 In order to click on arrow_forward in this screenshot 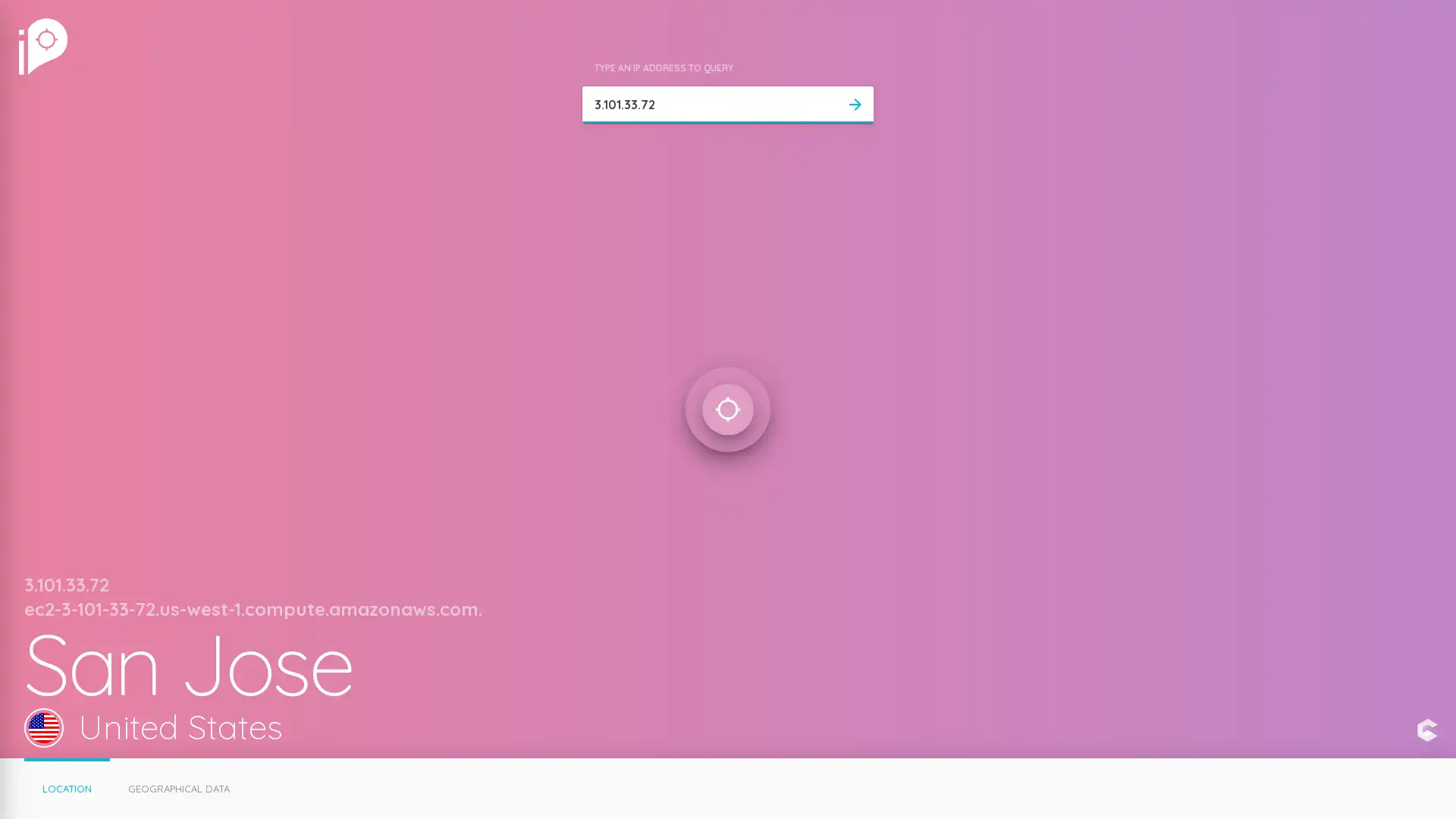, I will do `click(855, 104)`.